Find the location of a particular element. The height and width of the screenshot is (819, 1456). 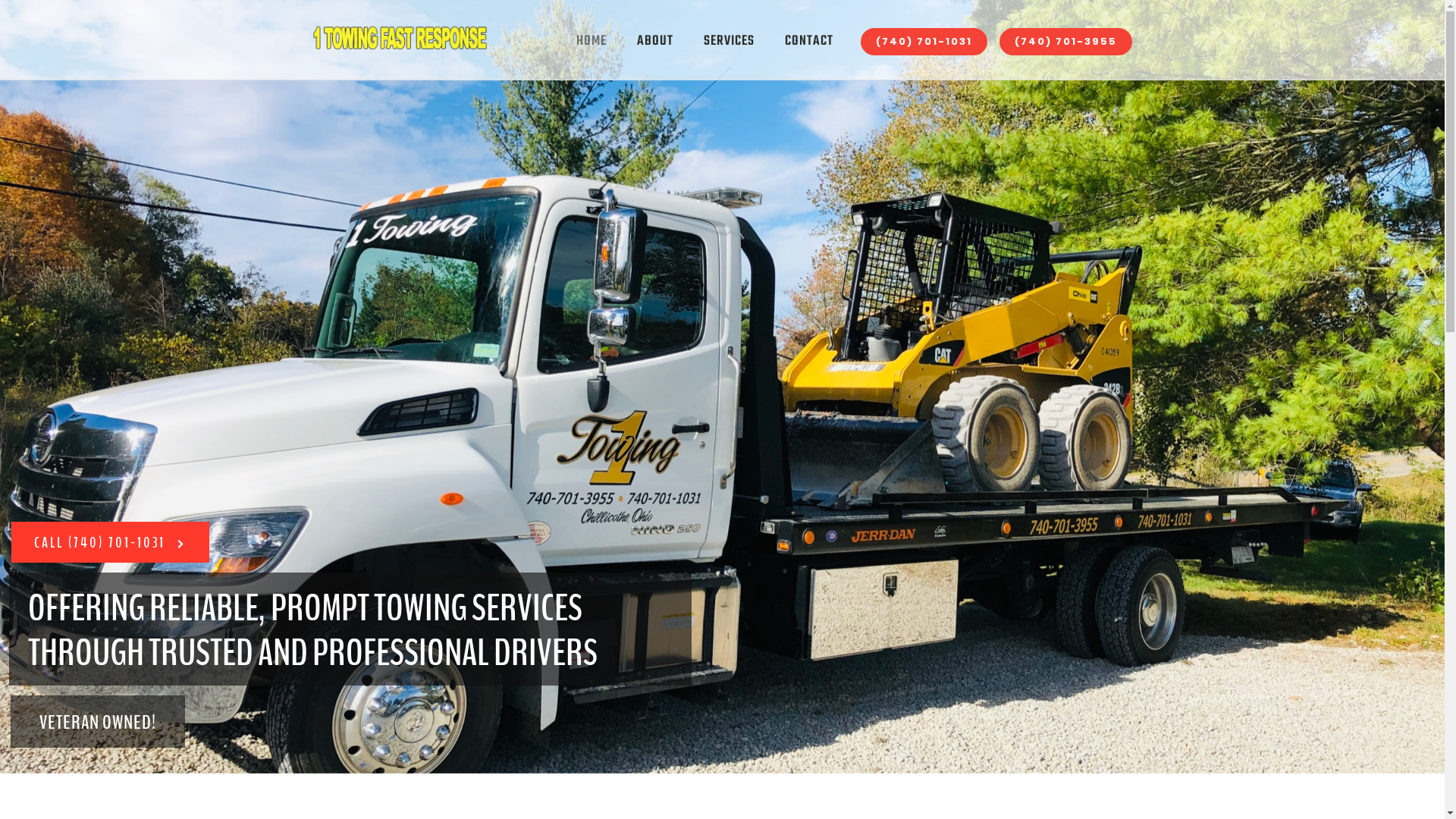

'CALL (740) 701-1031' is located at coordinates (11, 541).